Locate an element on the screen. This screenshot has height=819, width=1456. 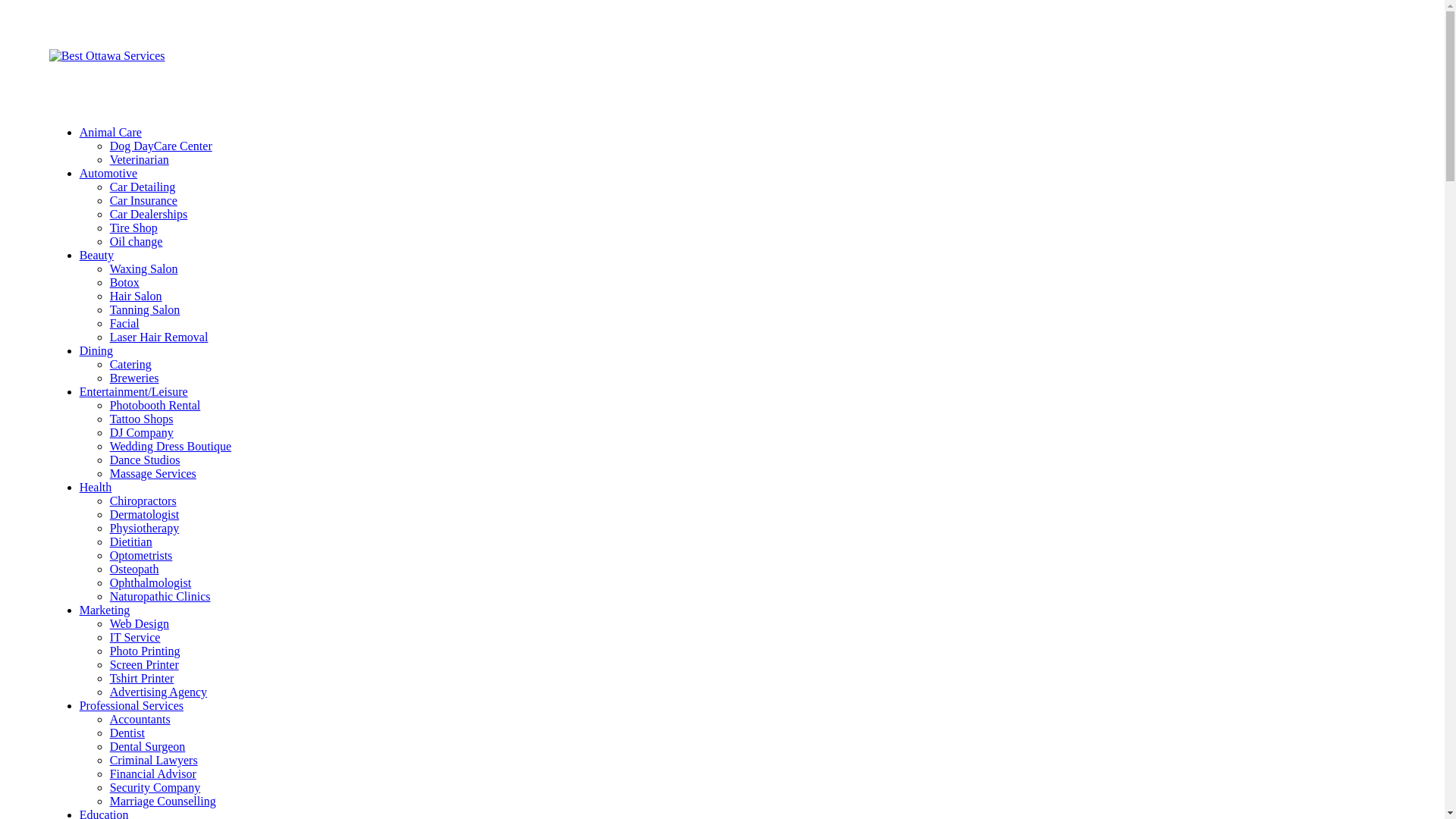
'Photobooth Rental' is located at coordinates (108, 404).